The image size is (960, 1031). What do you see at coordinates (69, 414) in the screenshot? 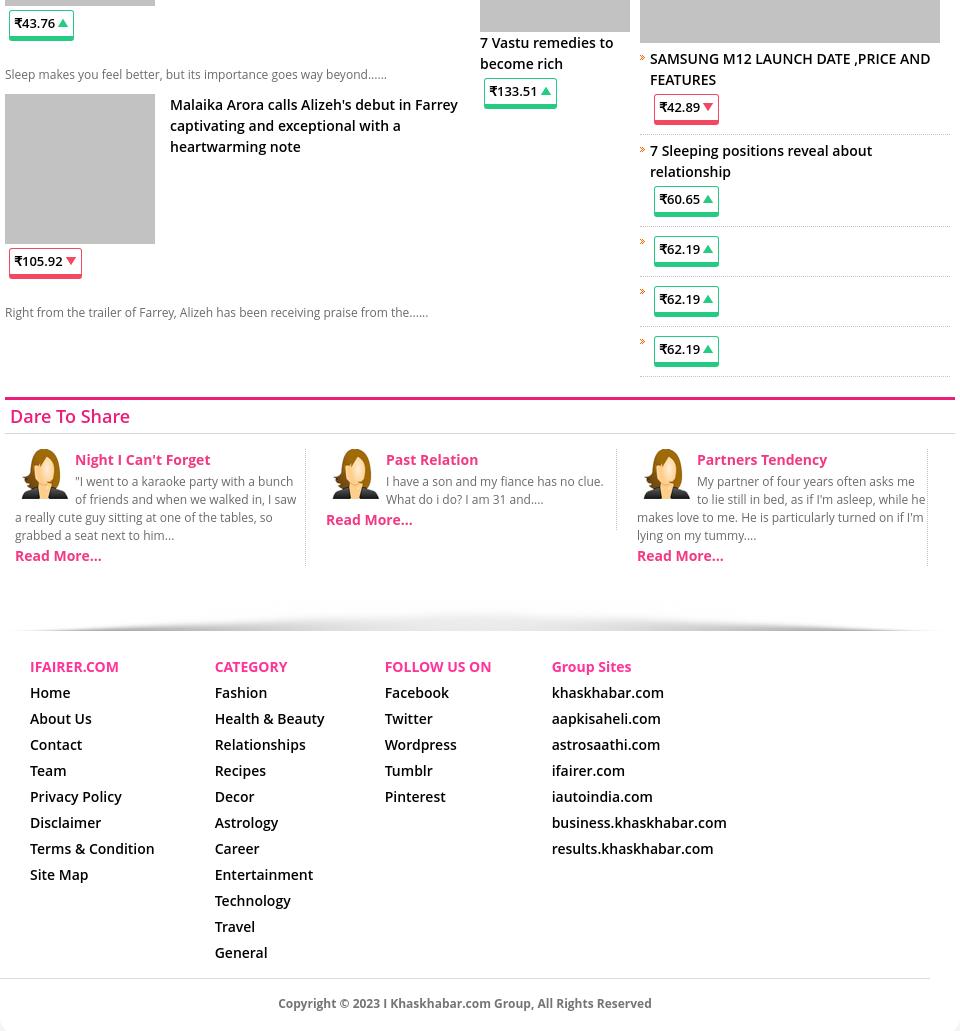
I see `'Dare To Share'` at bounding box center [69, 414].